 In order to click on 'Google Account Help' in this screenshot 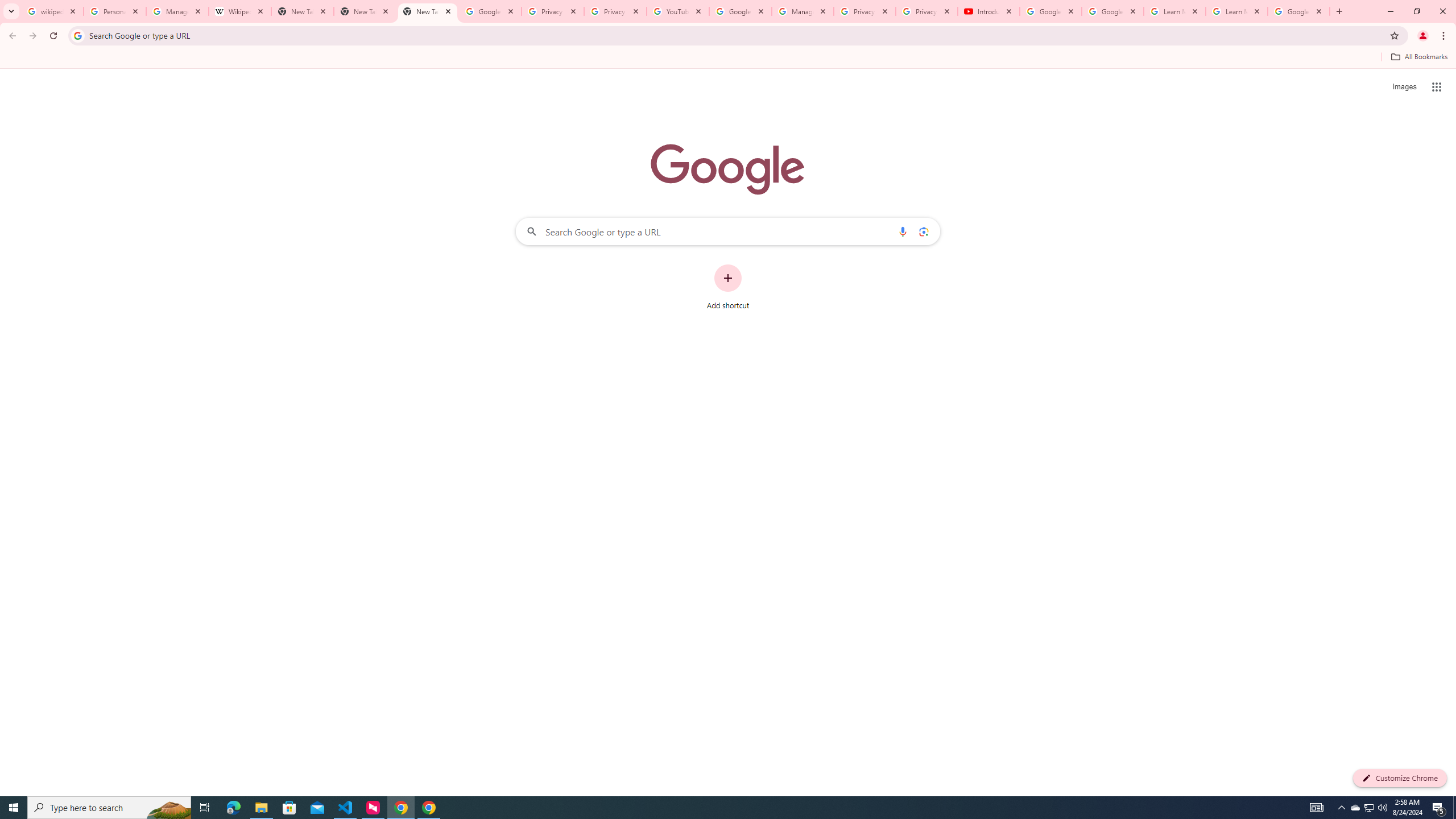, I will do `click(1050, 11)`.